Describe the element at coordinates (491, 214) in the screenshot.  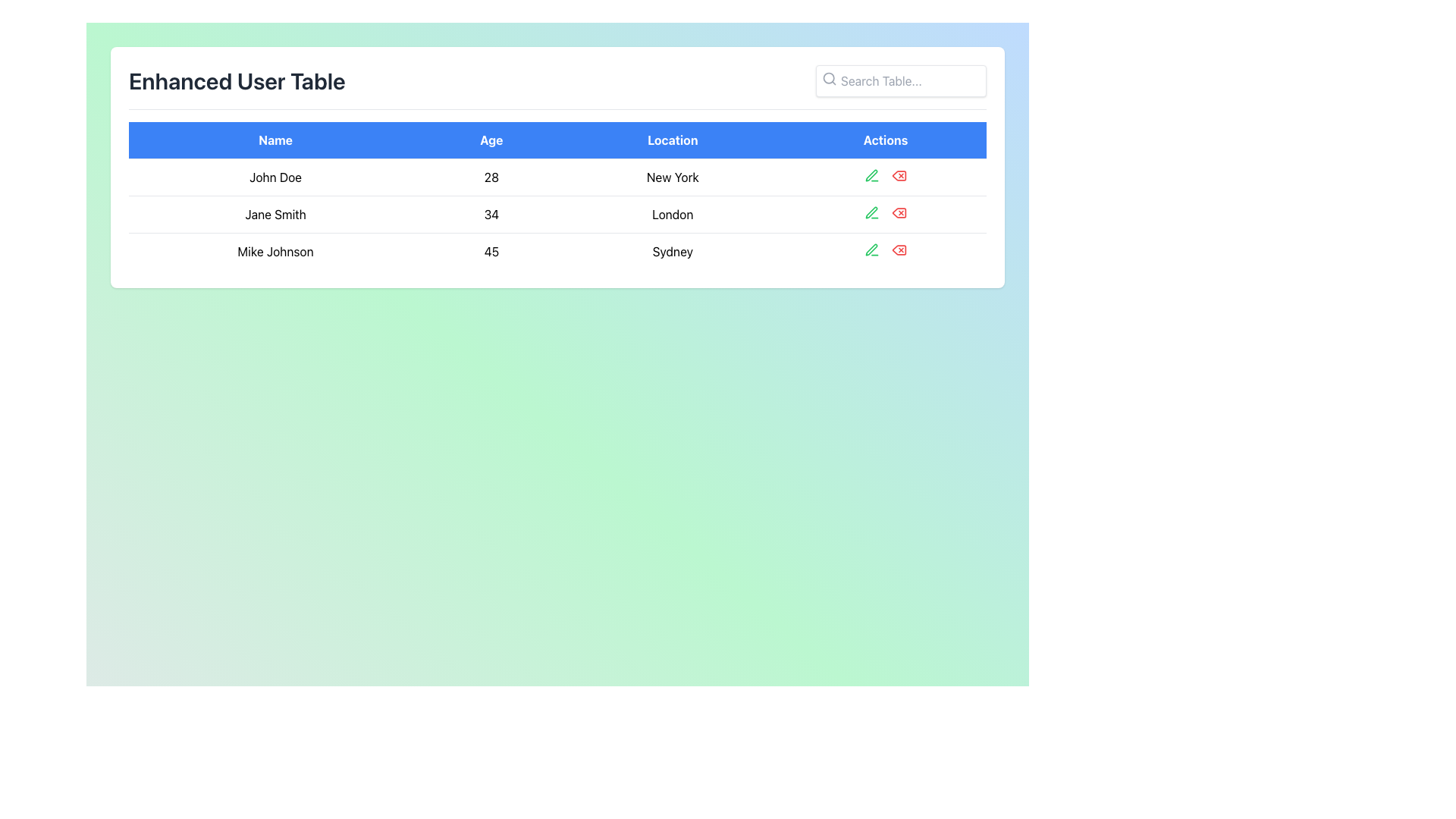
I see `numeric value displayed in the text-based UI element located in the second cell of the 'Age' column, which corresponds to 'Jane Smith'` at that location.